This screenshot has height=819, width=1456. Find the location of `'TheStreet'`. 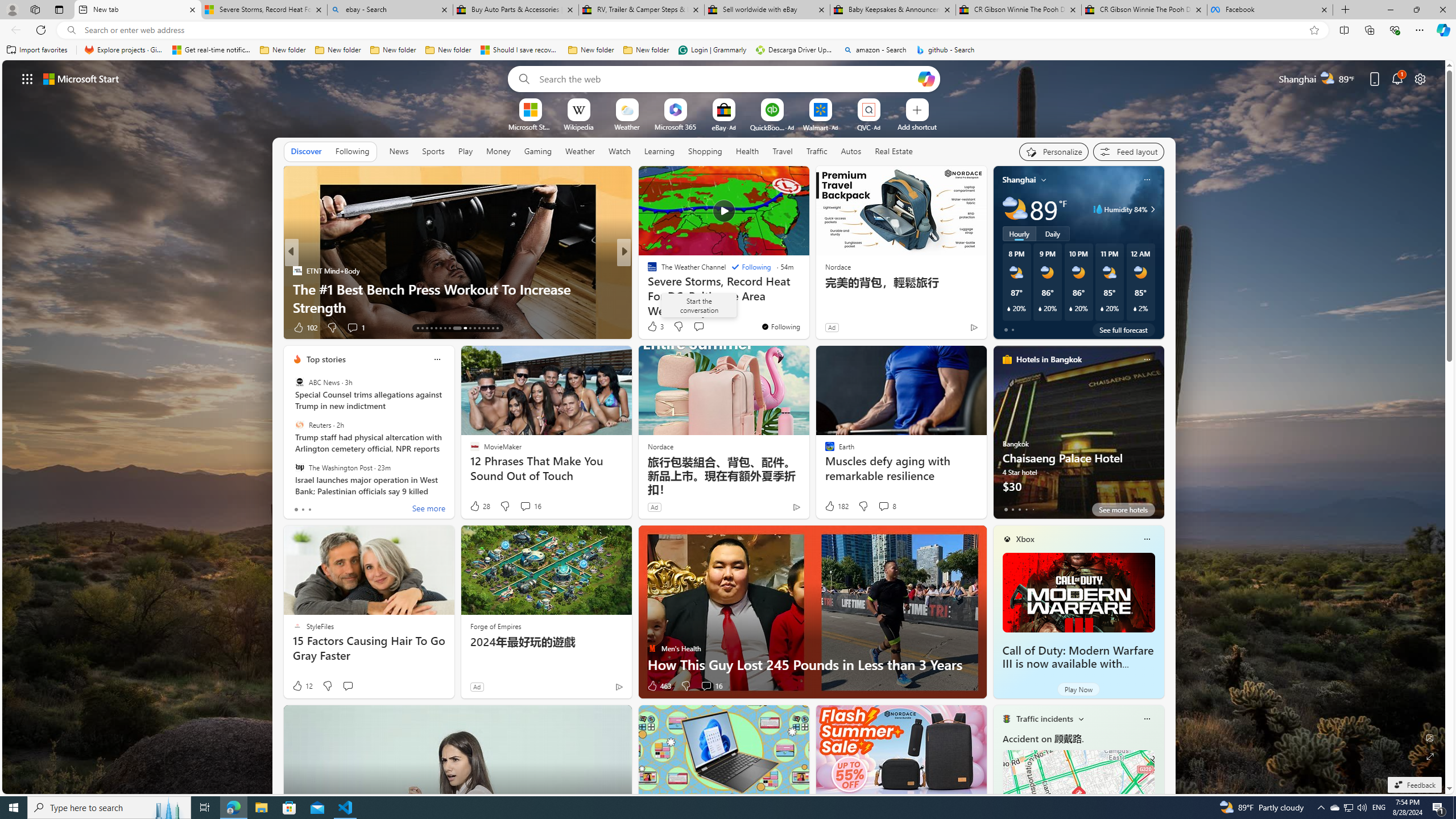

'TheStreet' is located at coordinates (647, 288).